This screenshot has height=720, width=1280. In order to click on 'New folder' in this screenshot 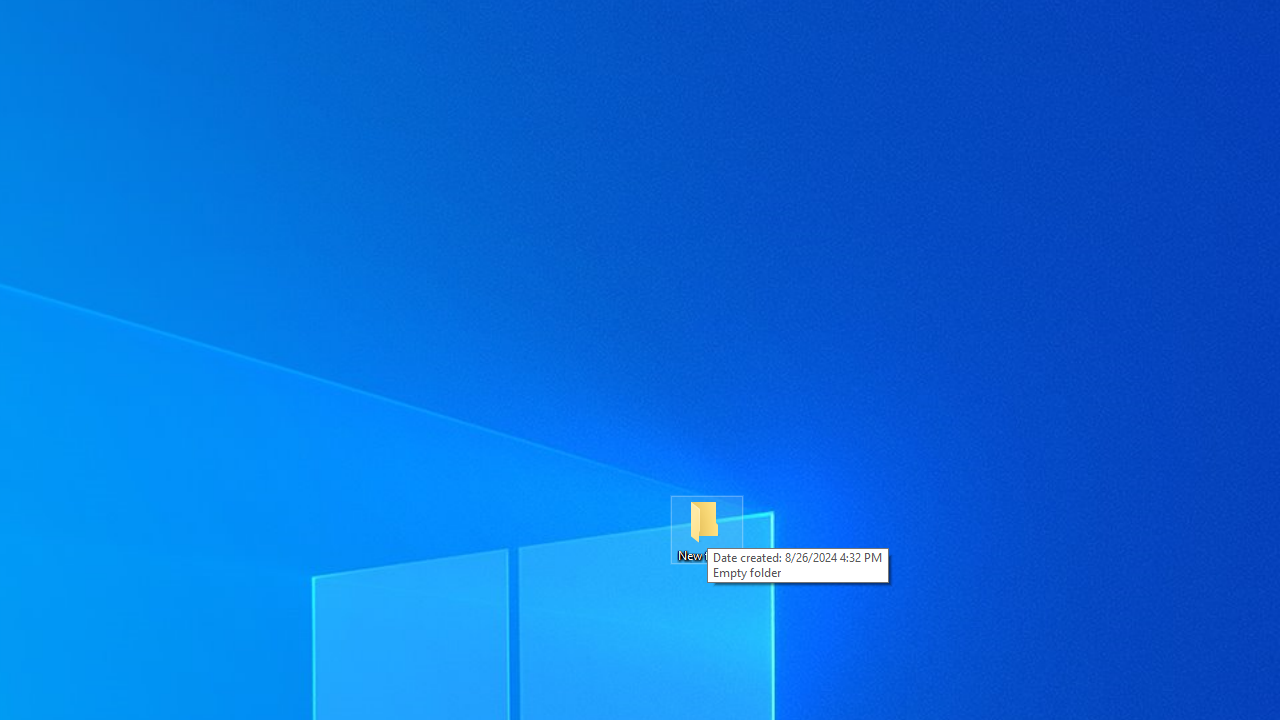, I will do `click(706, 529)`.